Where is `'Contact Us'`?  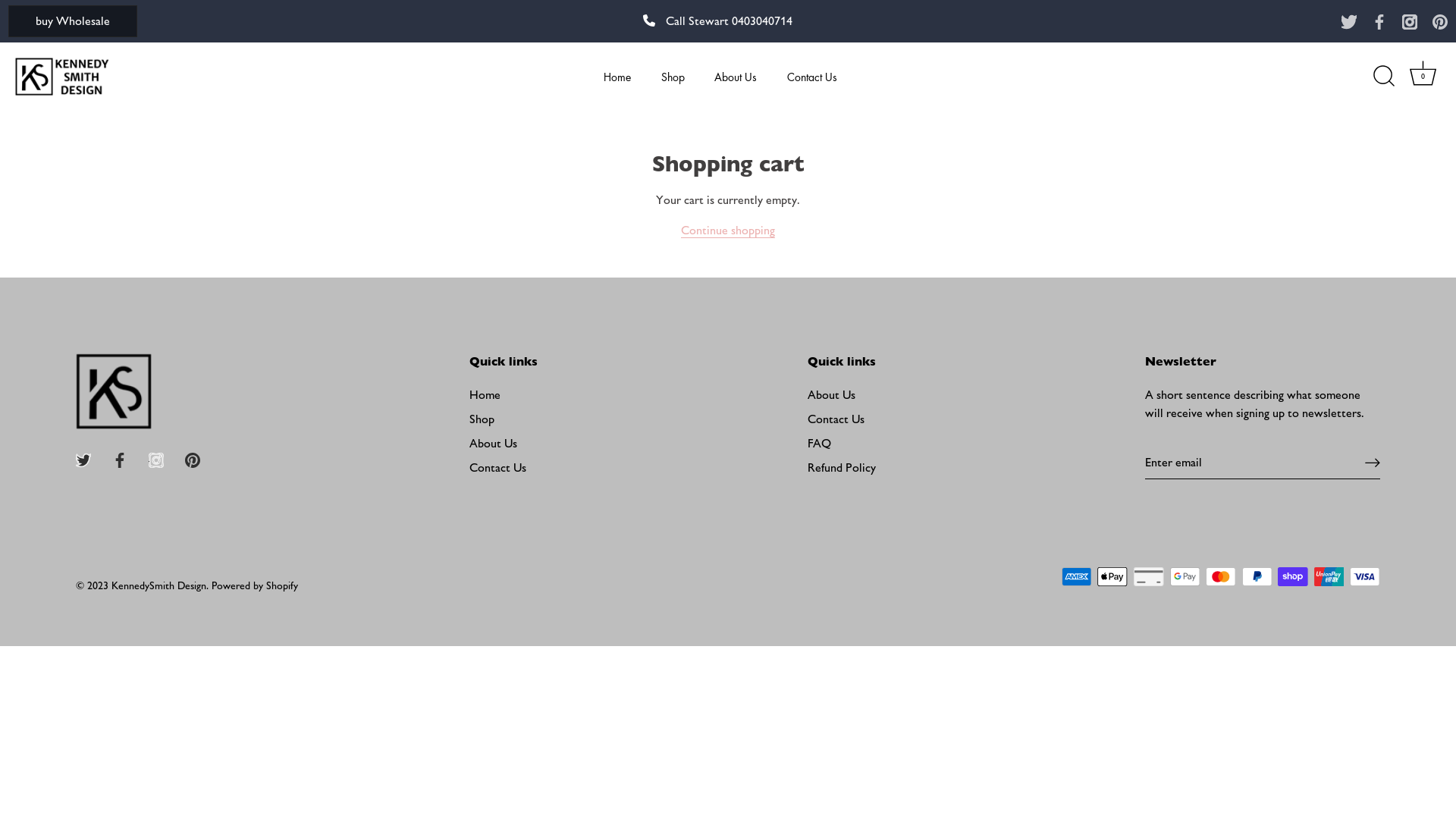
'Contact Us' is located at coordinates (497, 466).